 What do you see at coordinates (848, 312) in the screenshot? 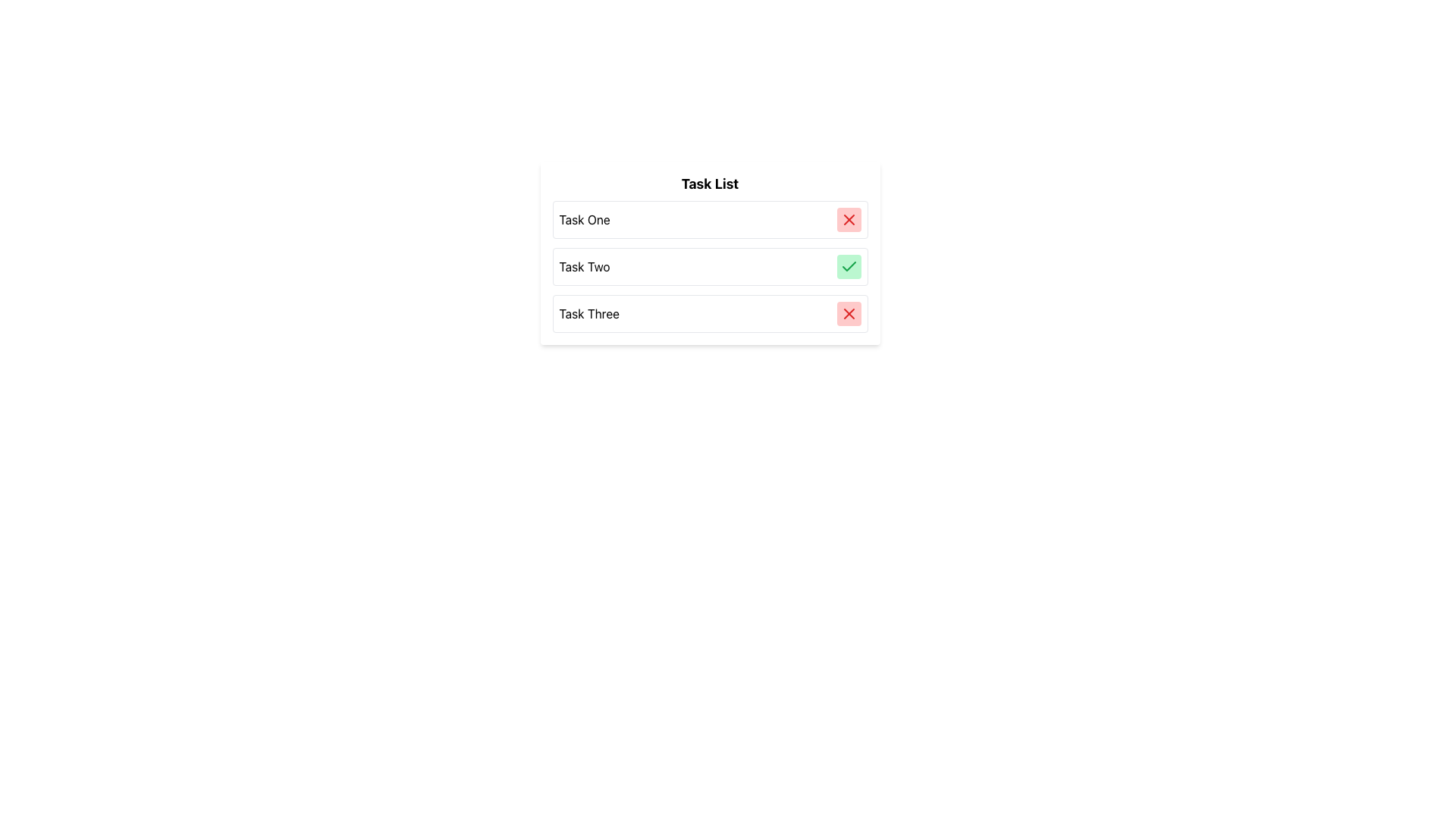
I see `the rounded red button with a white background and red 'X' icon located at the far right of the row labeled 'Task Three'` at bounding box center [848, 312].